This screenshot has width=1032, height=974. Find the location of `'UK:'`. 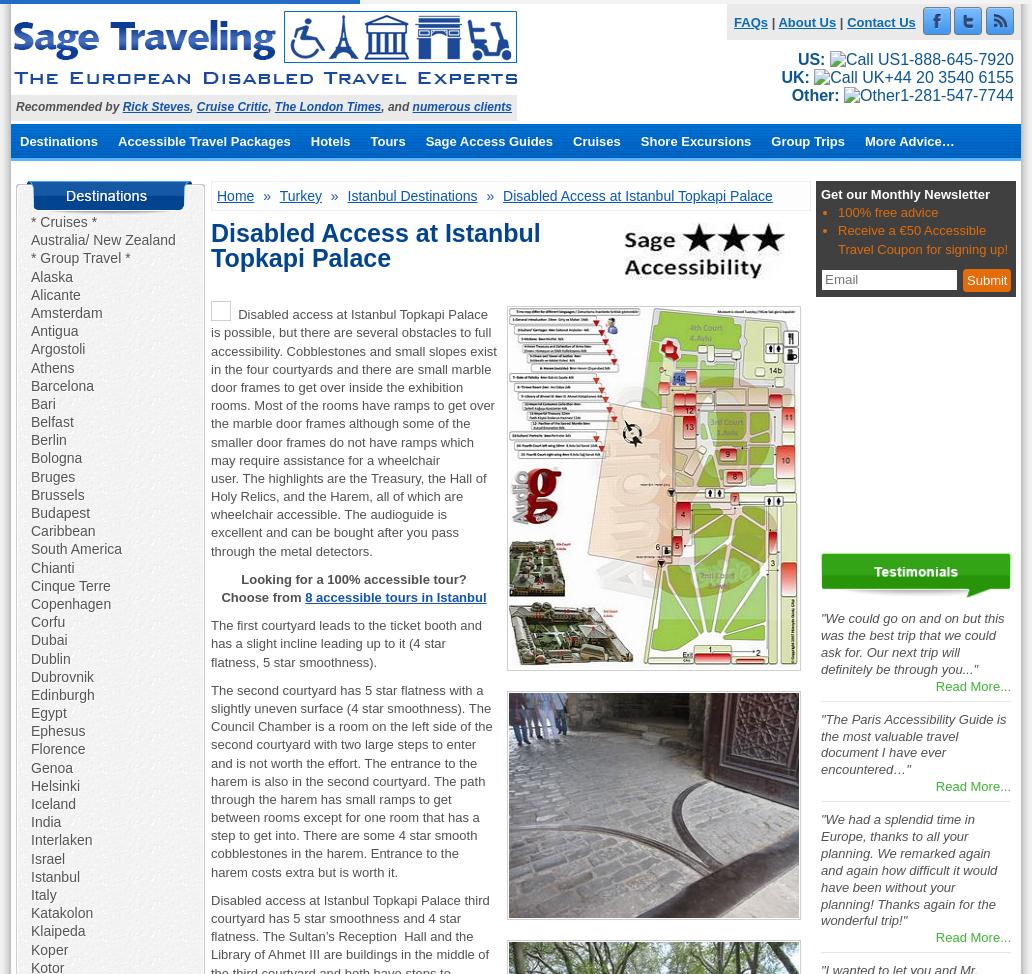

'UK:' is located at coordinates (794, 77).